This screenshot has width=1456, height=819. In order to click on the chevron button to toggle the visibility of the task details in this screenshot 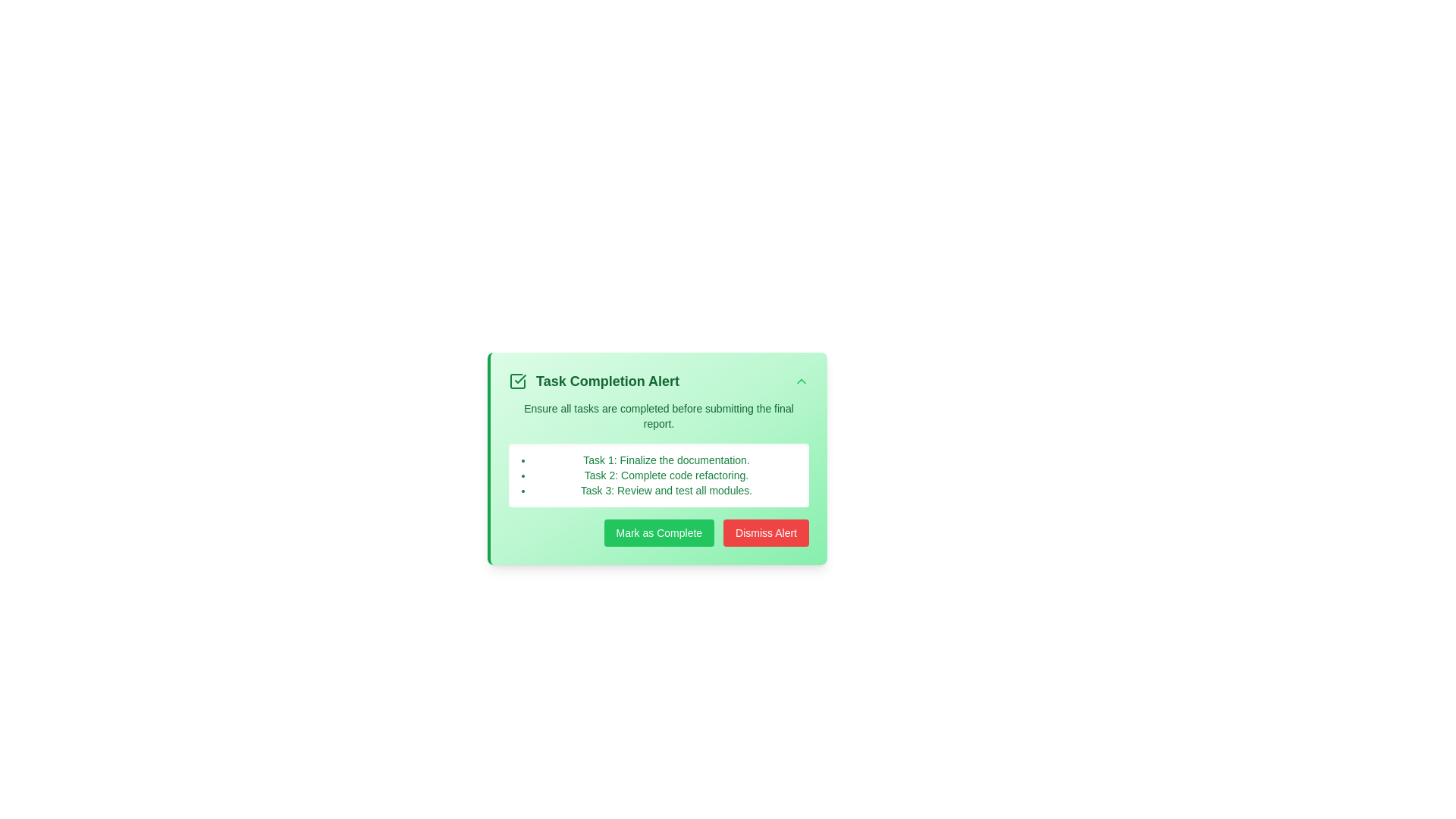, I will do `click(800, 380)`.